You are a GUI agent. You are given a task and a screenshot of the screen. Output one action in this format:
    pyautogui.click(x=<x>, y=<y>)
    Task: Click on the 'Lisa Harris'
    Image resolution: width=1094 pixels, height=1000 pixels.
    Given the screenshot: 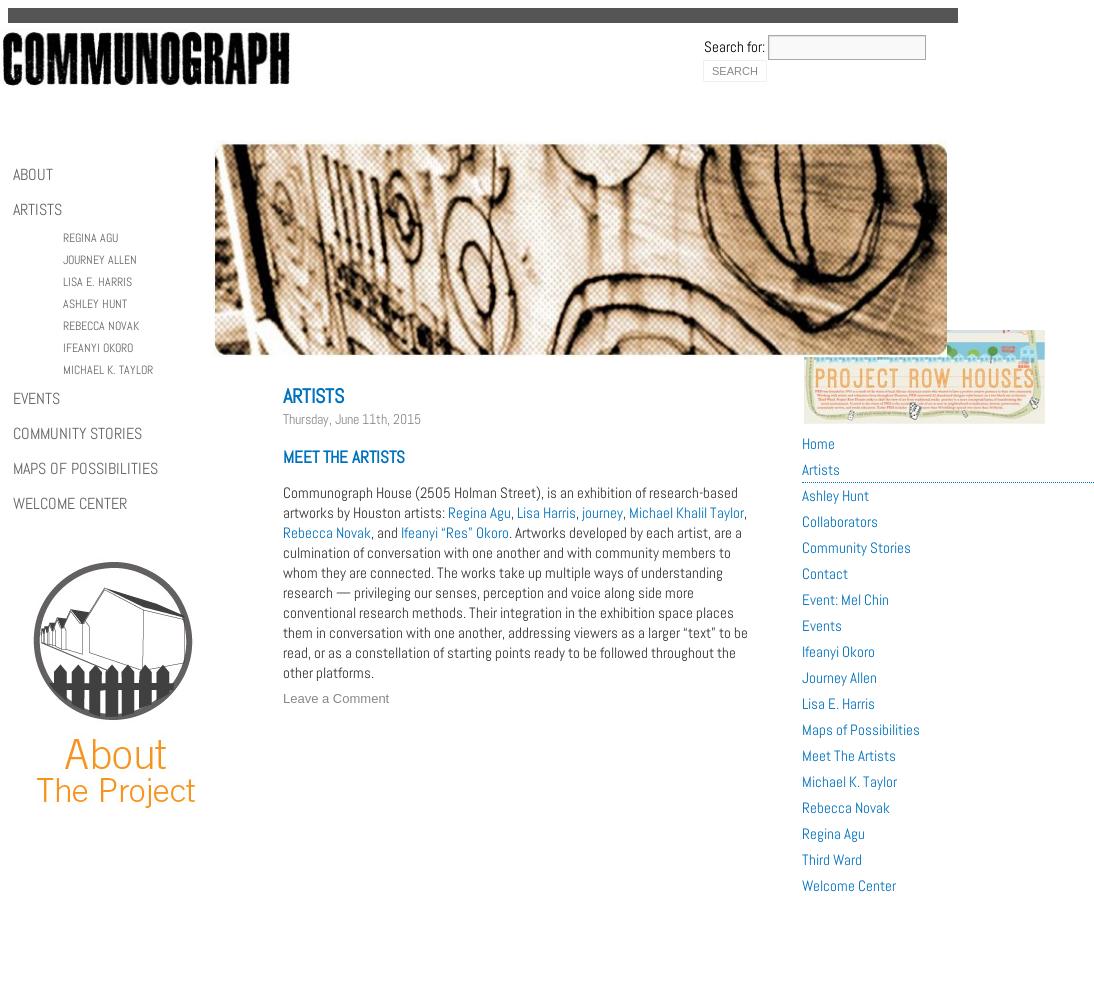 What is the action you would take?
    pyautogui.click(x=546, y=511)
    